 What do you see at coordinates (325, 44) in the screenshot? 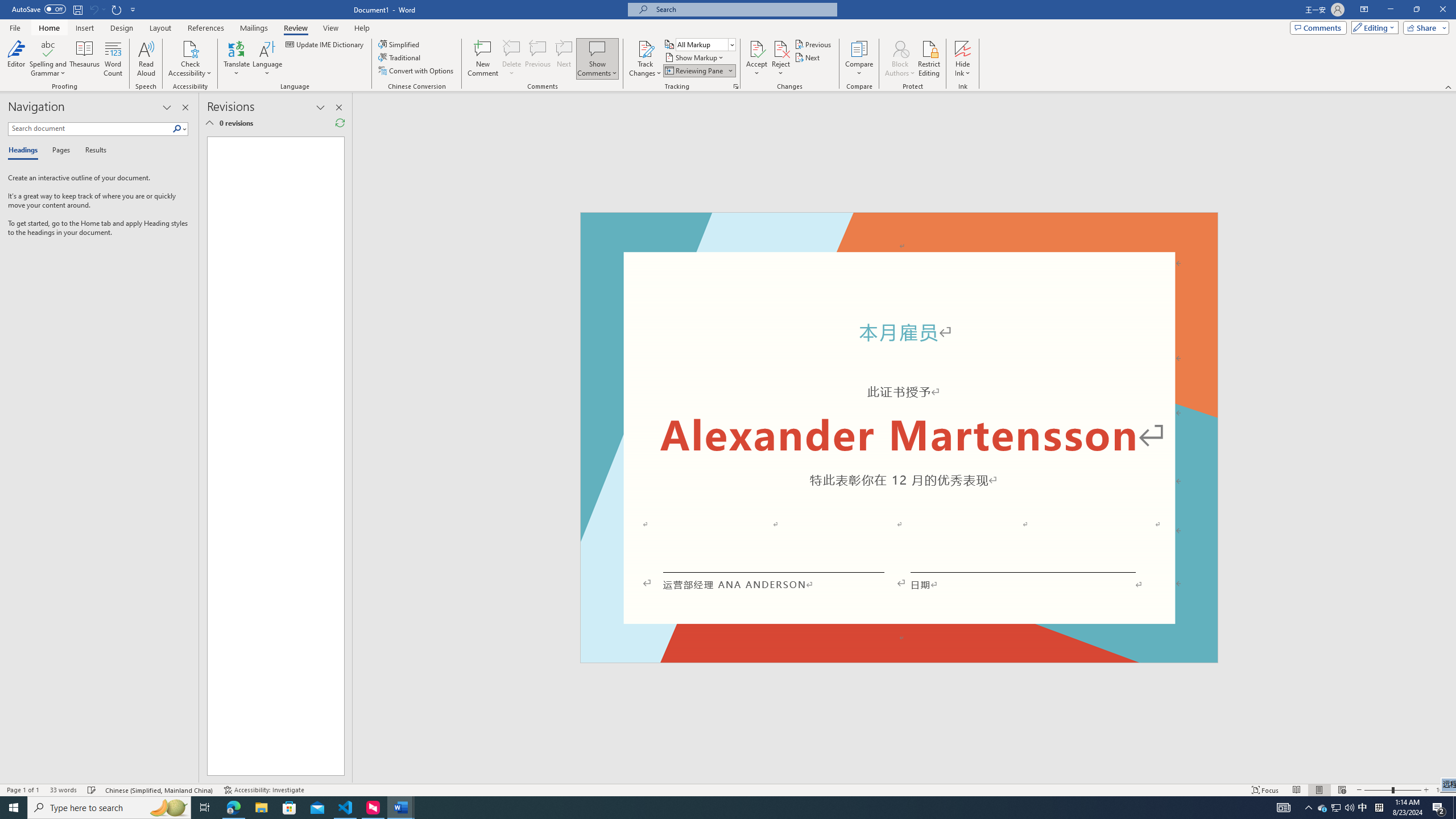
I see `'Update IME Dictionary...'` at bounding box center [325, 44].